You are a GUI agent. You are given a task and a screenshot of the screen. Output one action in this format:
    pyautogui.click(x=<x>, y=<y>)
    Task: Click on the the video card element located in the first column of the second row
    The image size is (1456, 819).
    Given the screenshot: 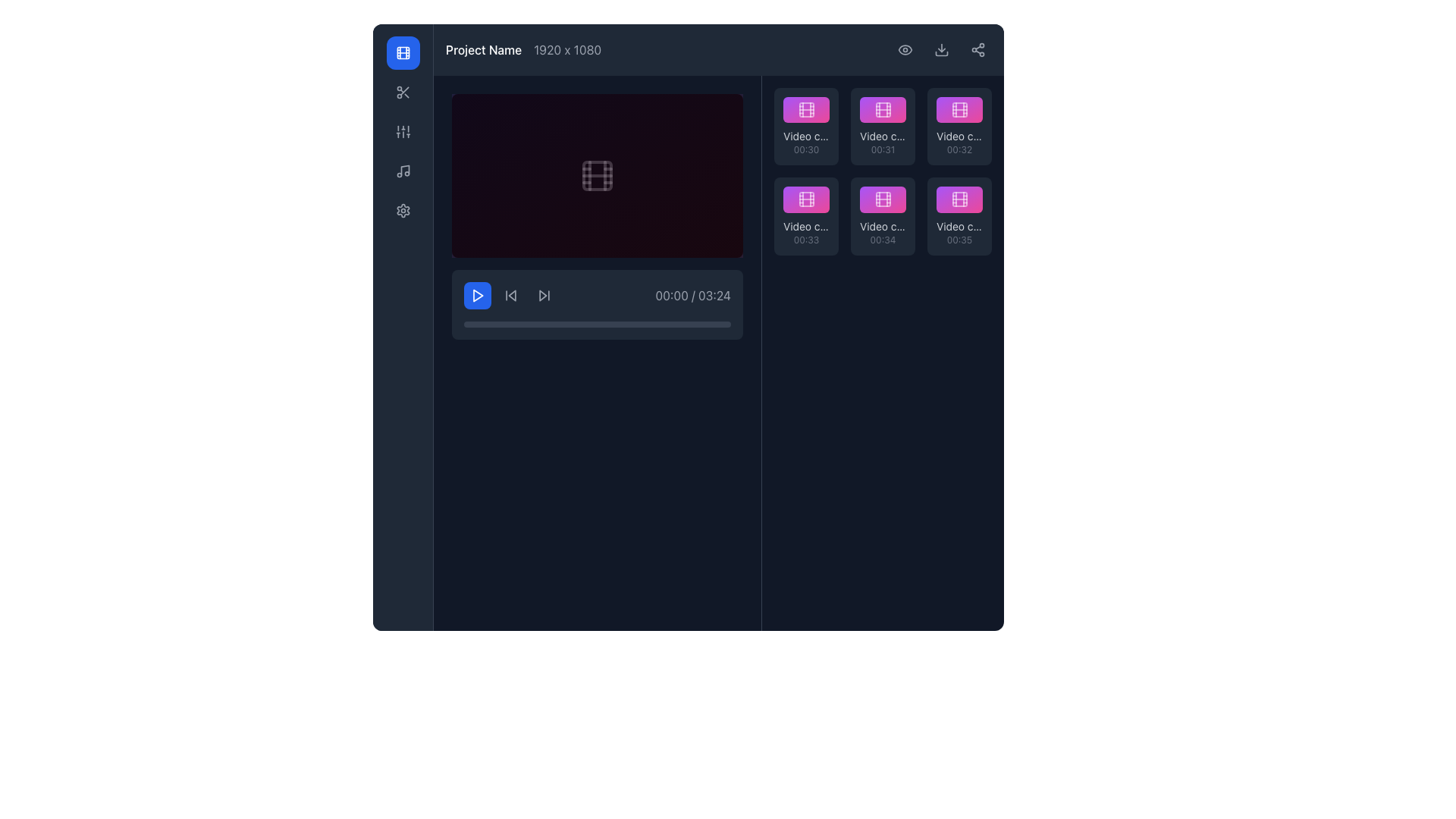 What is the action you would take?
    pyautogui.click(x=805, y=216)
    